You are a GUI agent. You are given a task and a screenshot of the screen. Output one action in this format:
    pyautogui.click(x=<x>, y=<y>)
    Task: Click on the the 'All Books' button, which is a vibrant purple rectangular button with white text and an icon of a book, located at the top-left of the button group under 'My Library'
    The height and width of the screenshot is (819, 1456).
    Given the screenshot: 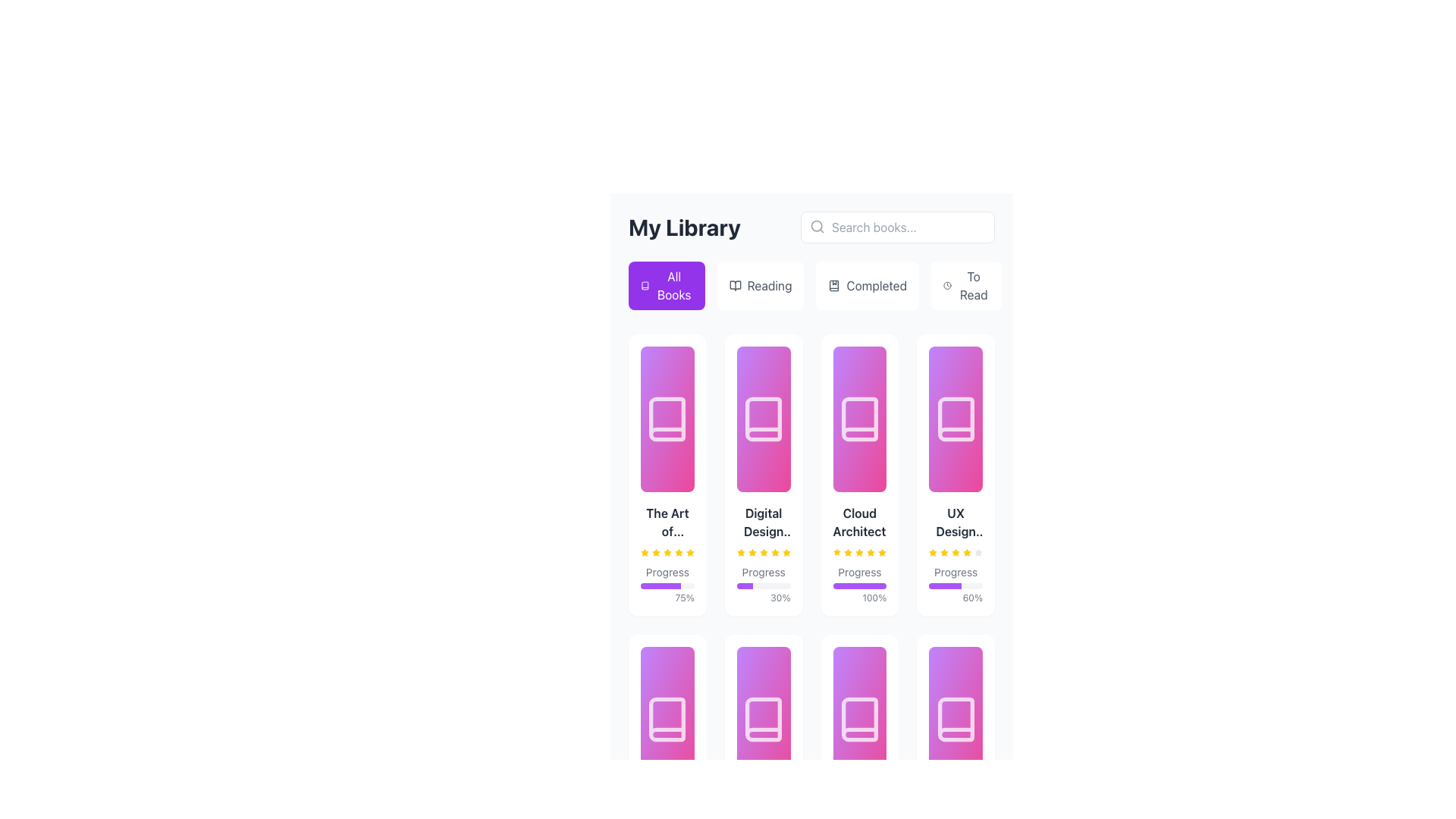 What is the action you would take?
    pyautogui.click(x=667, y=286)
    